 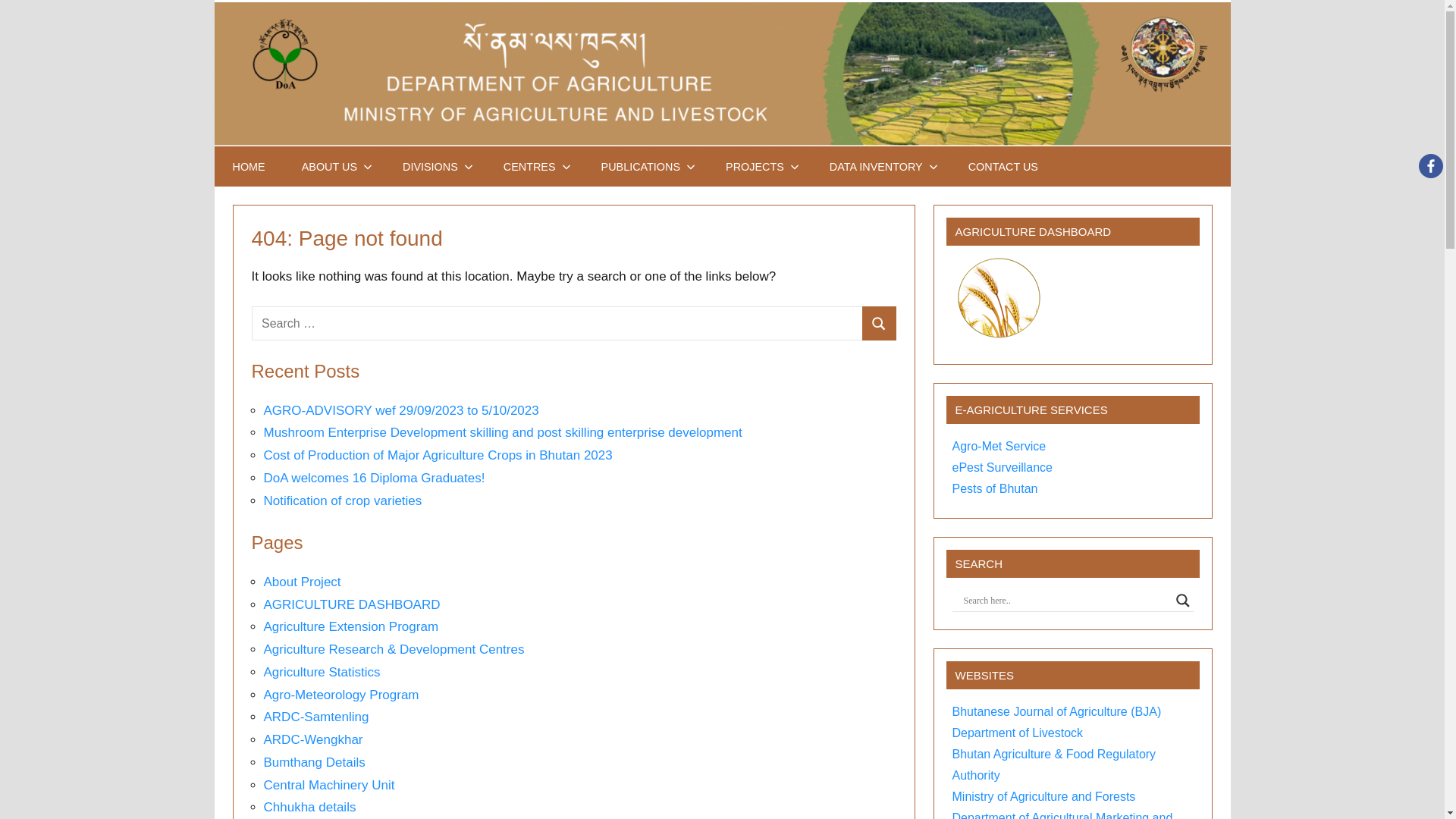 I want to click on 'HOME', so click(x=248, y=166).